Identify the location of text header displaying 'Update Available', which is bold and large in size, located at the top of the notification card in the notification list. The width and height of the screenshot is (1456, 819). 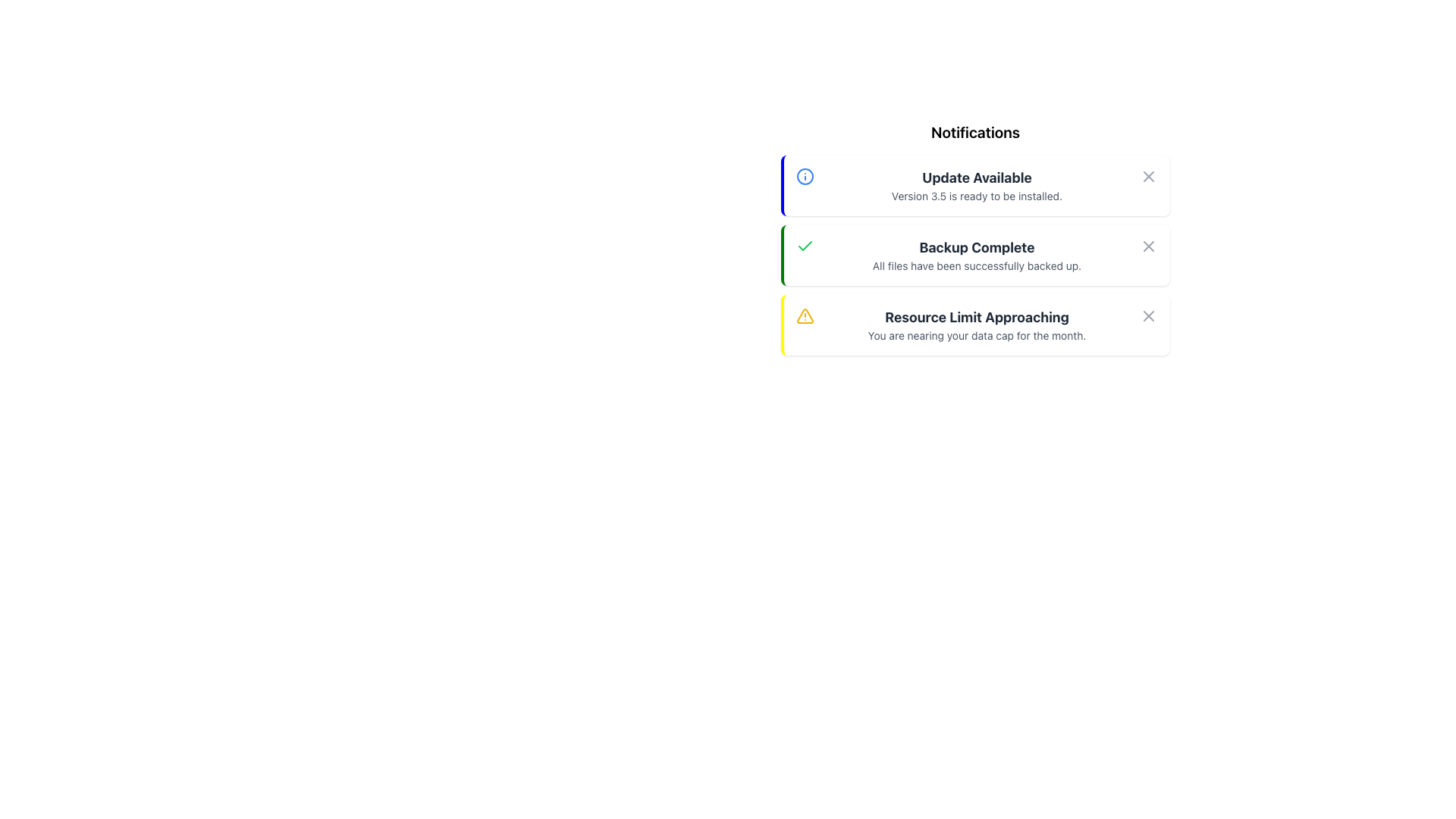
(977, 177).